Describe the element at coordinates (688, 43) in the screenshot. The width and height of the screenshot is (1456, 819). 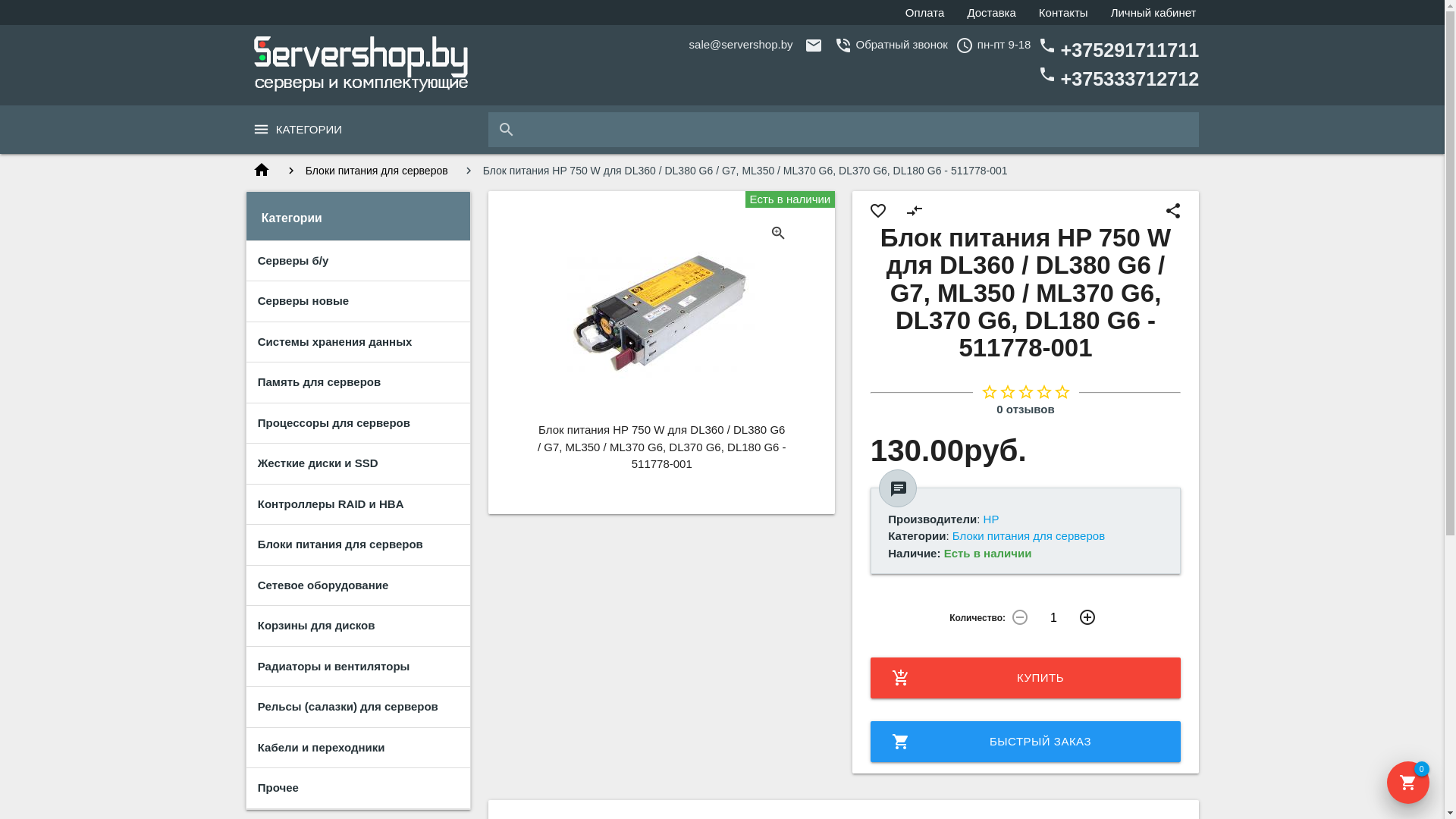
I see `'email` at that location.